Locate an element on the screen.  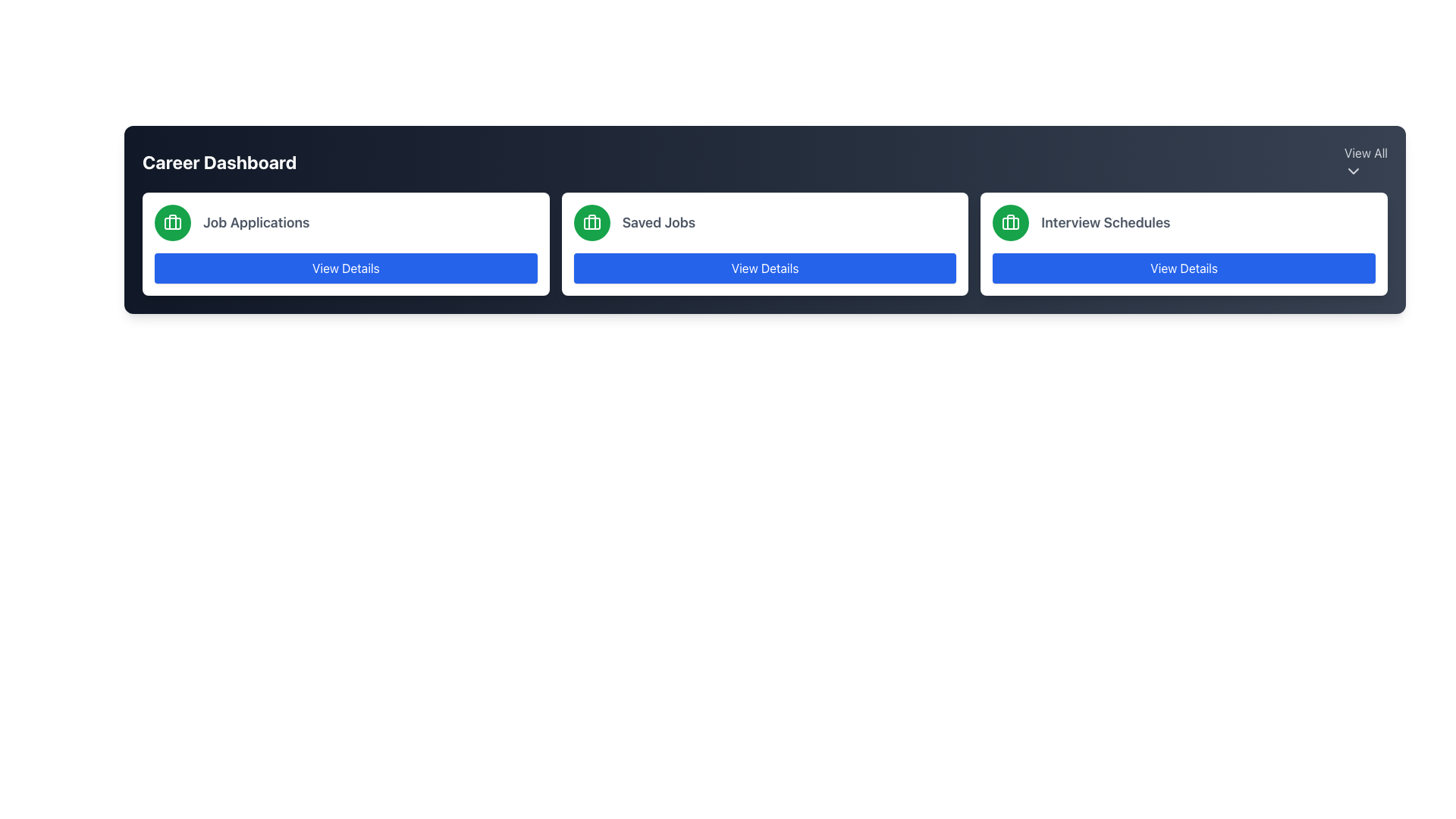
the 'Job Applications' text label for accessibility navigation is located at coordinates (256, 222).